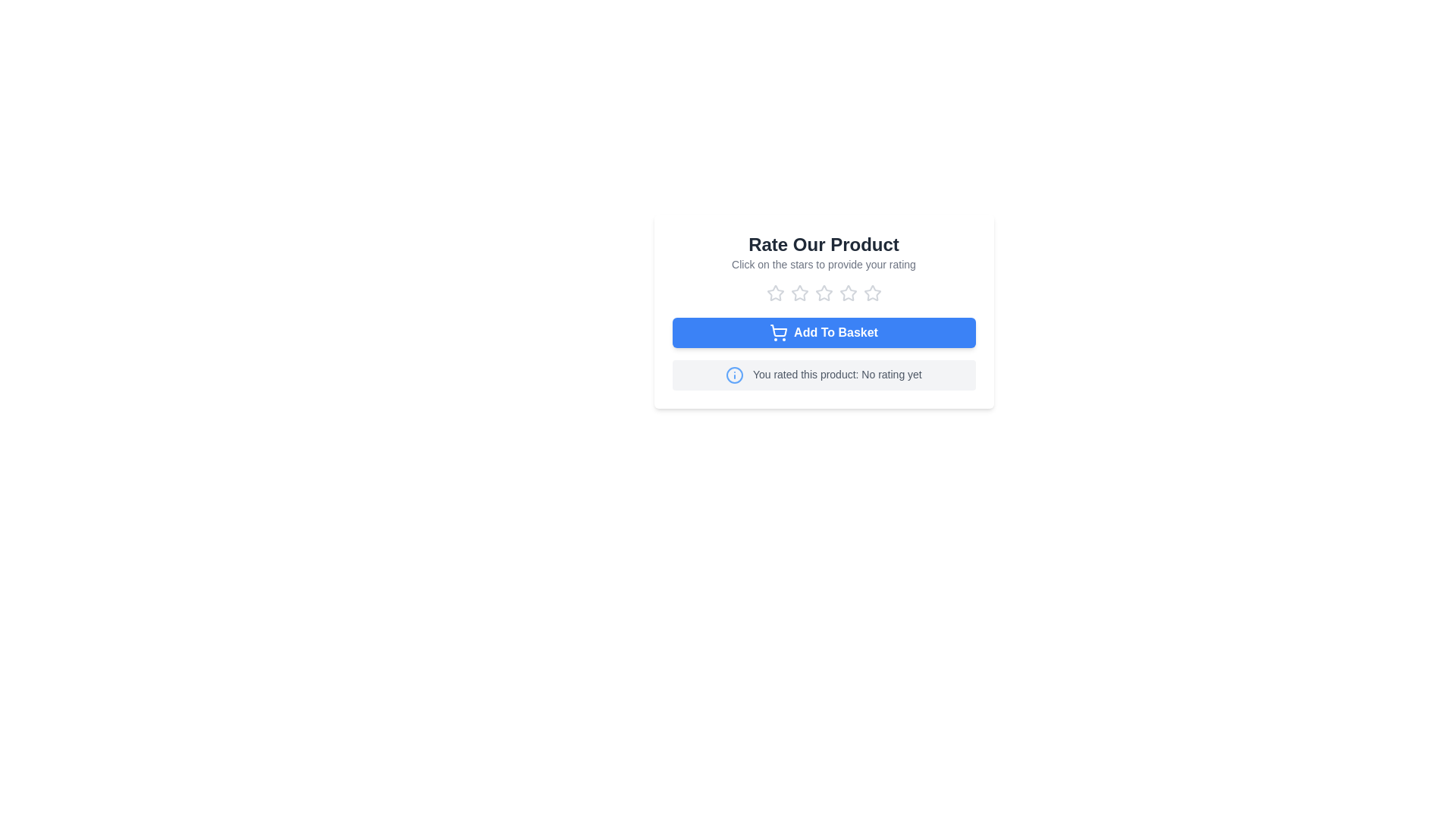 The image size is (1456, 819). I want to click on the first star icon in the rating row, positioned immediately right of the 'Rate Our Product' label, so click(775, 293).